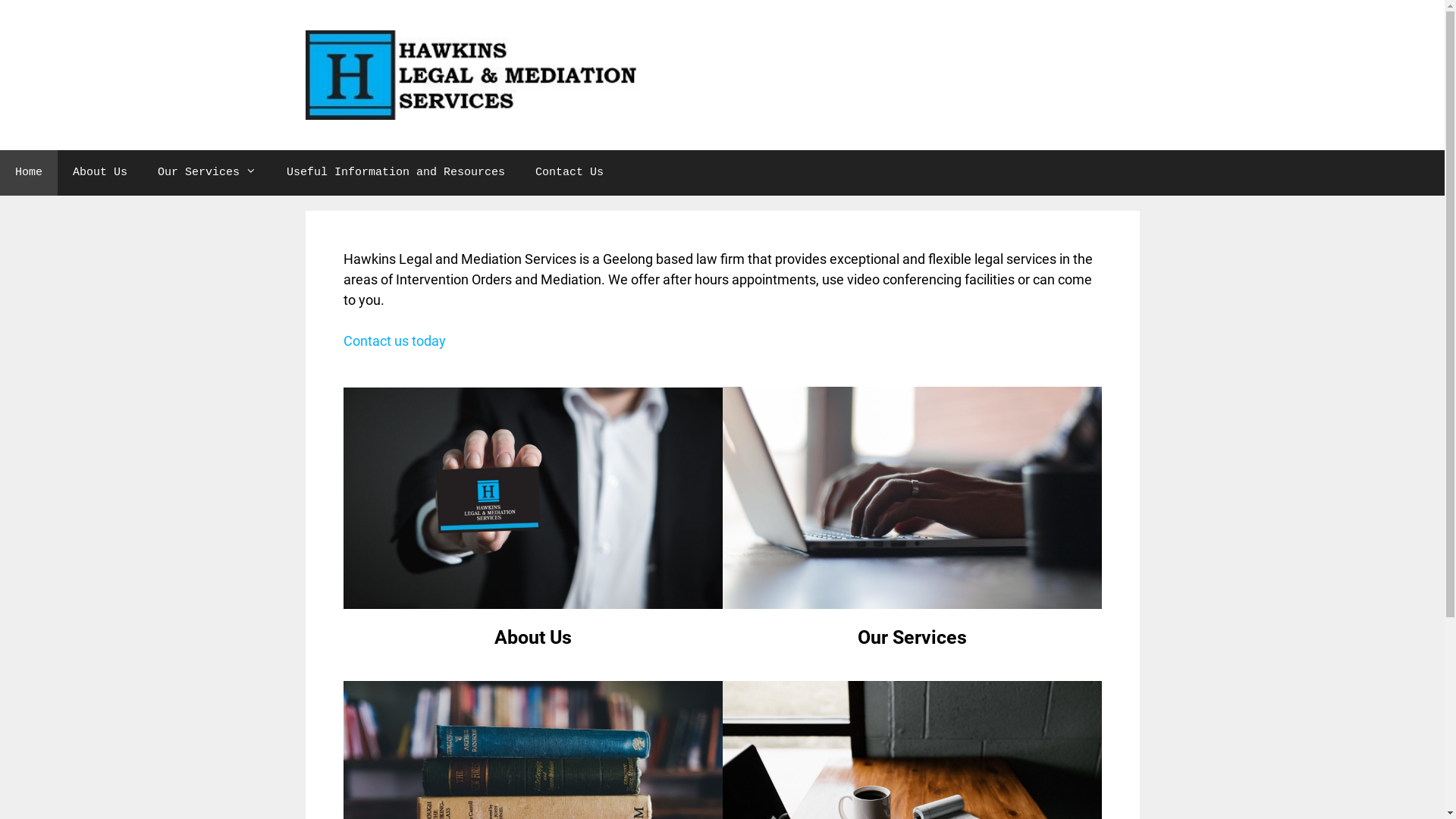  I want to click on 'Home', so click(29, 171).